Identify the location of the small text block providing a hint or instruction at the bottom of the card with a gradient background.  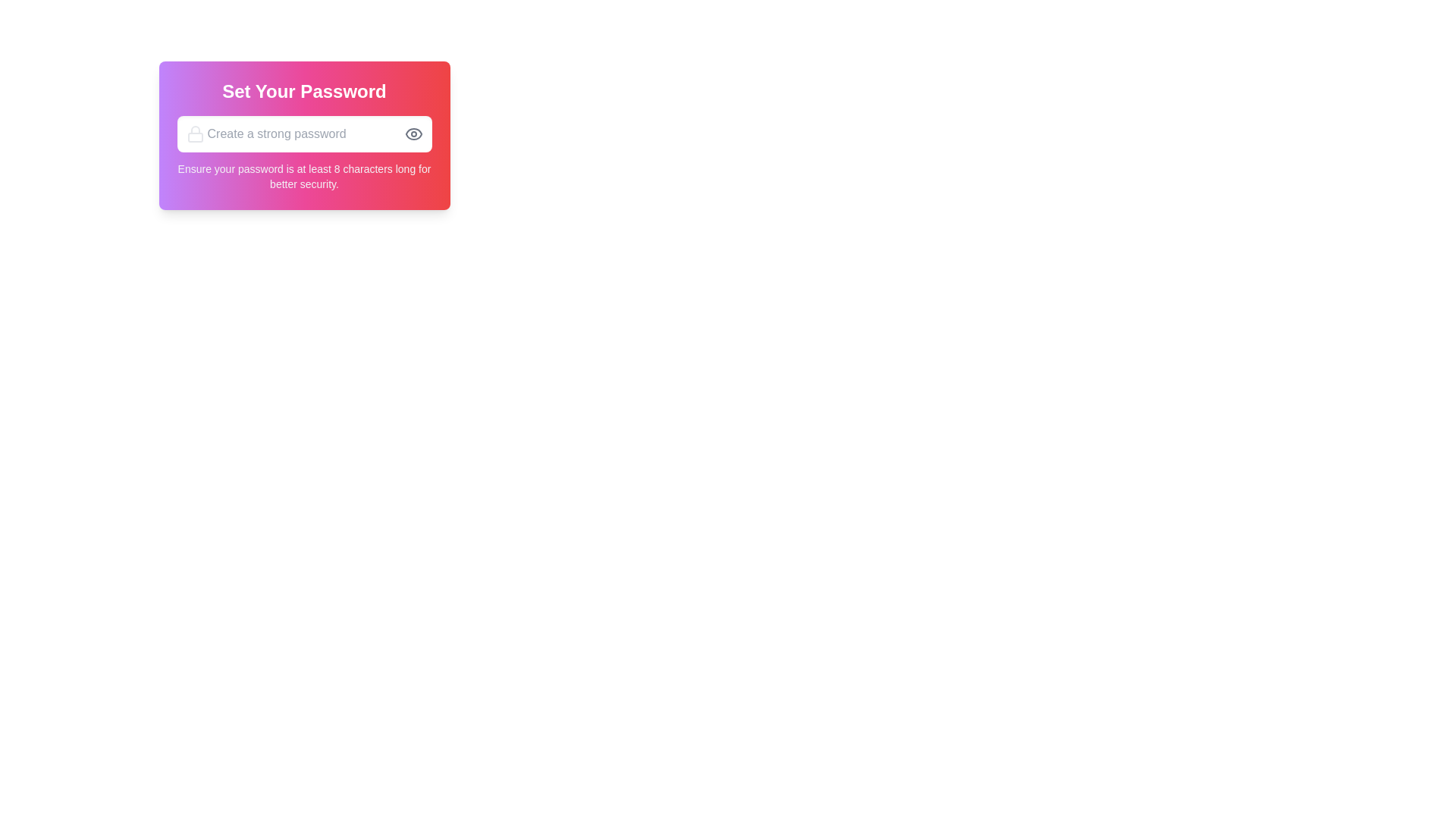
(303, 175).